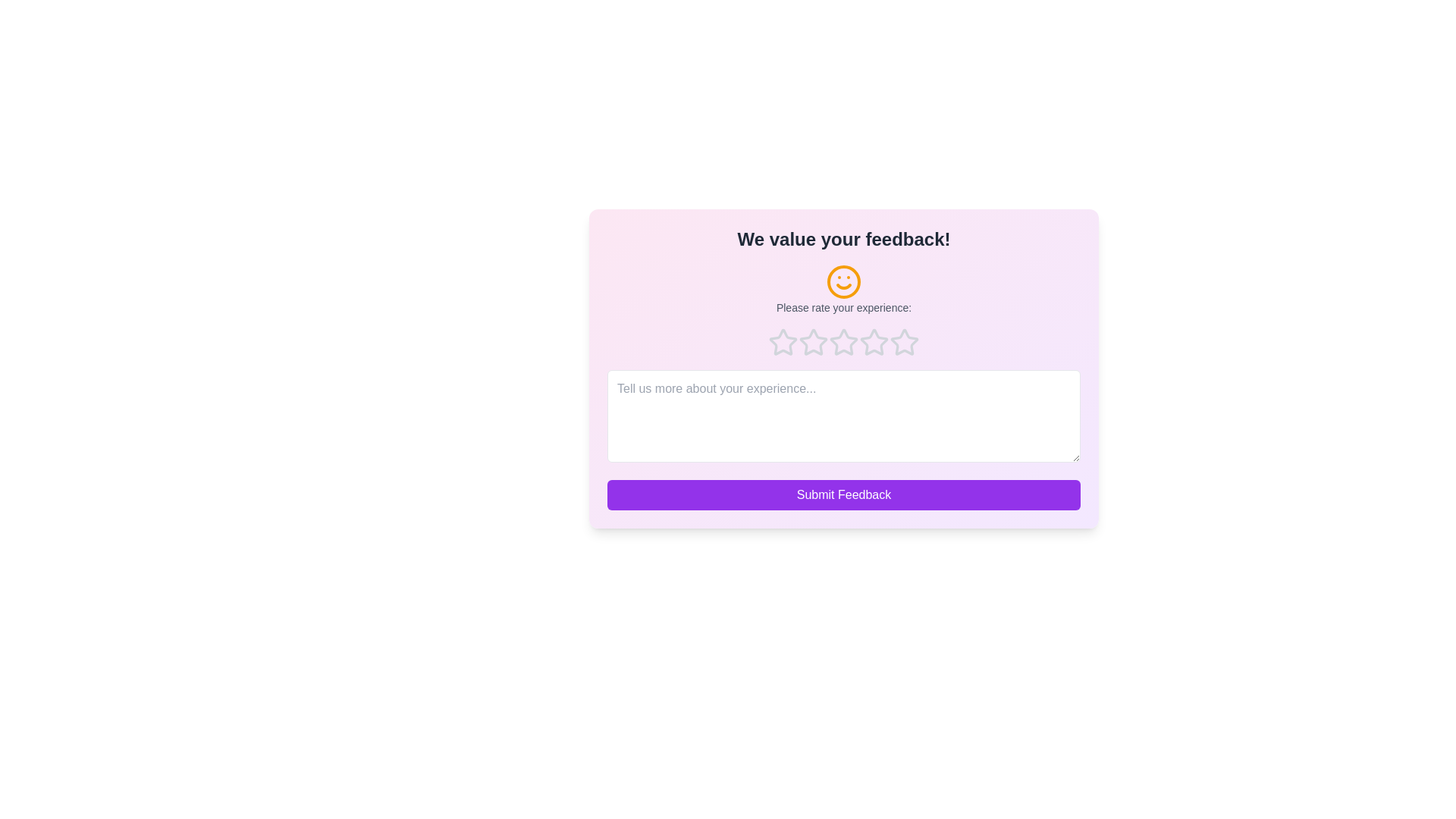 This screenshot has height=819, width=1456. Describe the element at coordinates (905, 342) in the screenshot. I see `keyboard navigation` at that location.